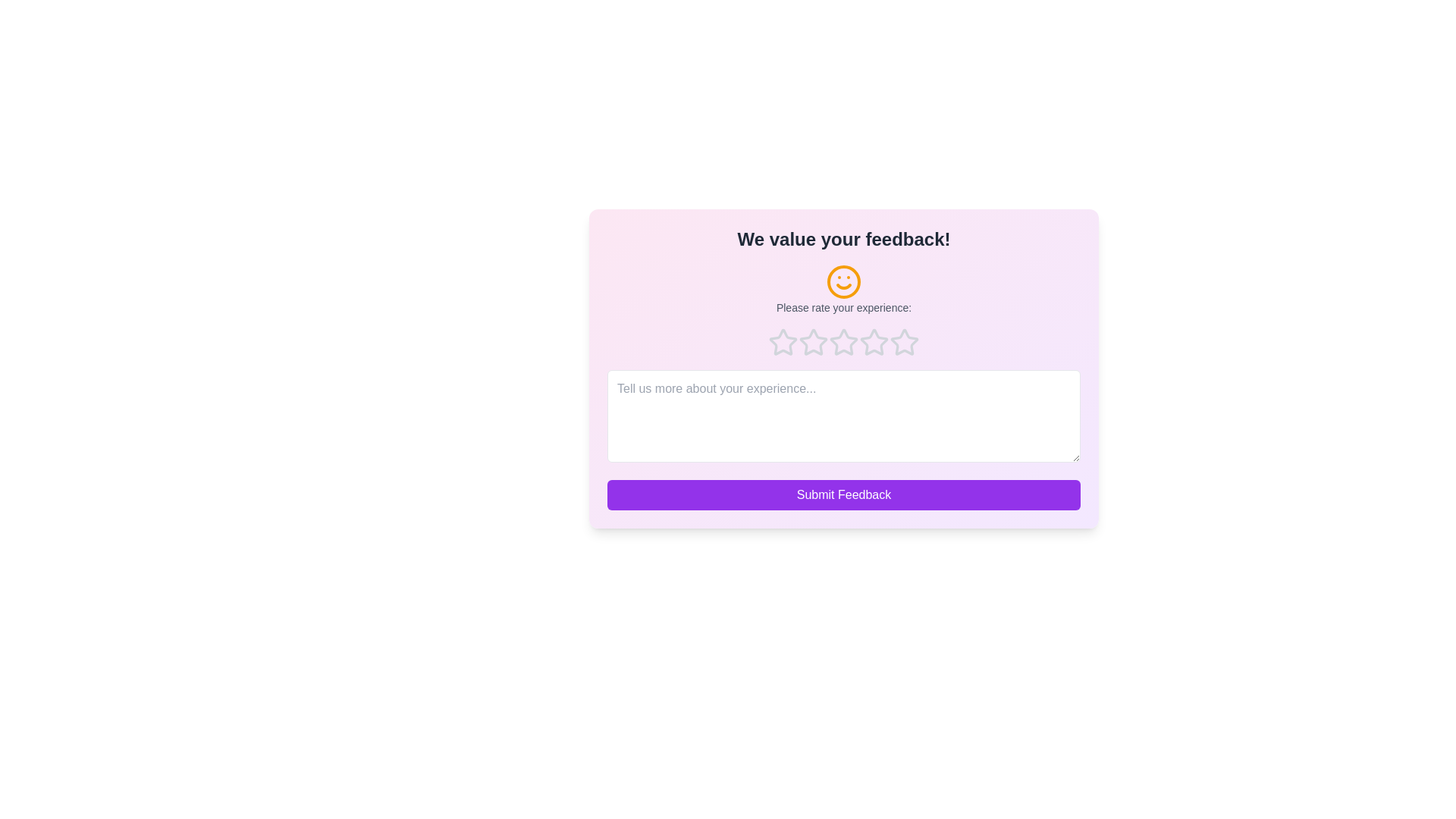 This screenshot has height=819, width=1456. Describe the element at coordinates (905, 342) in the screenshot. I see `keyboard navigation` at that location.